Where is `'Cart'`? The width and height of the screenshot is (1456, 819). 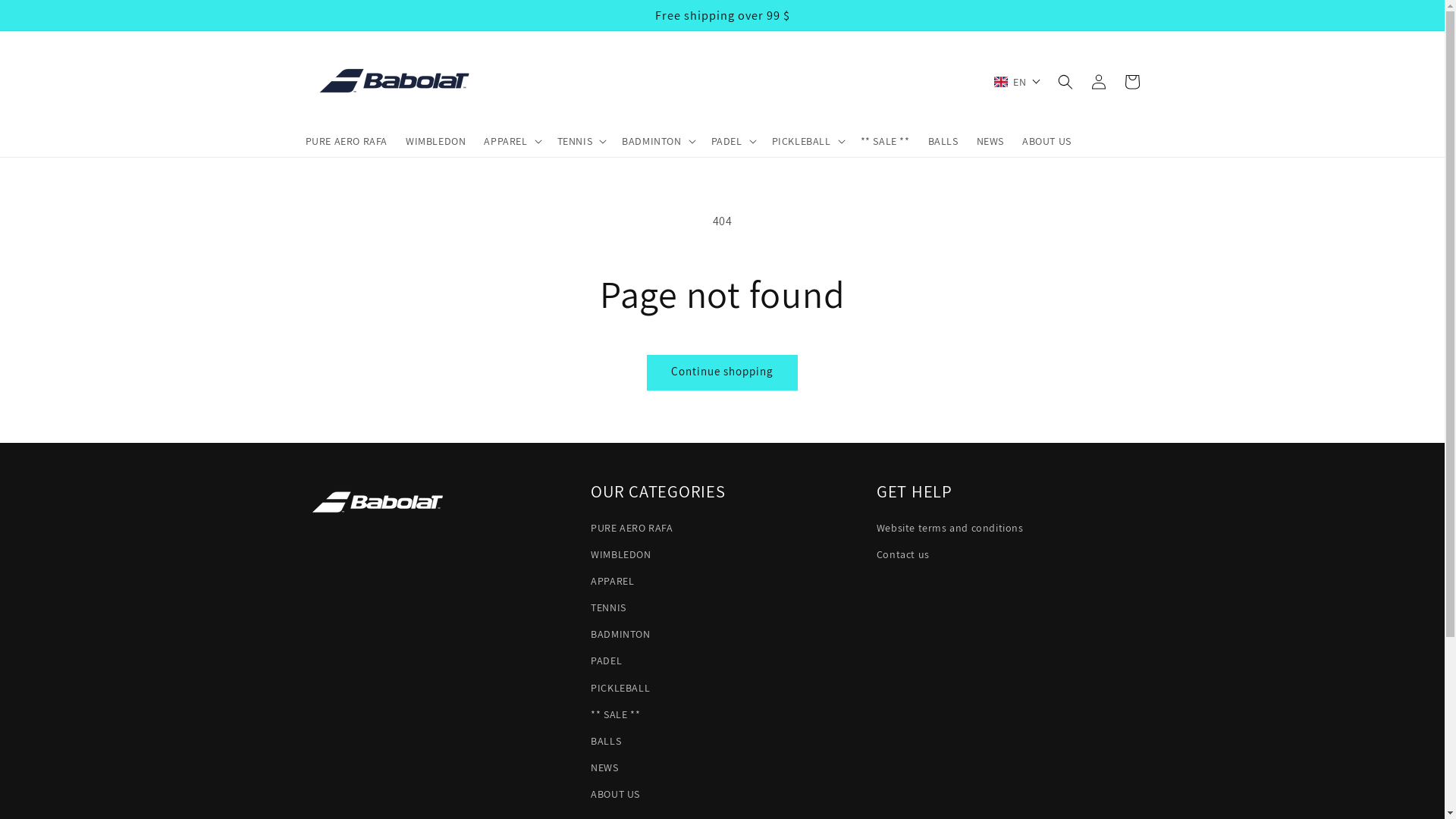 'Cart' is located at coordinates (1131, 82).